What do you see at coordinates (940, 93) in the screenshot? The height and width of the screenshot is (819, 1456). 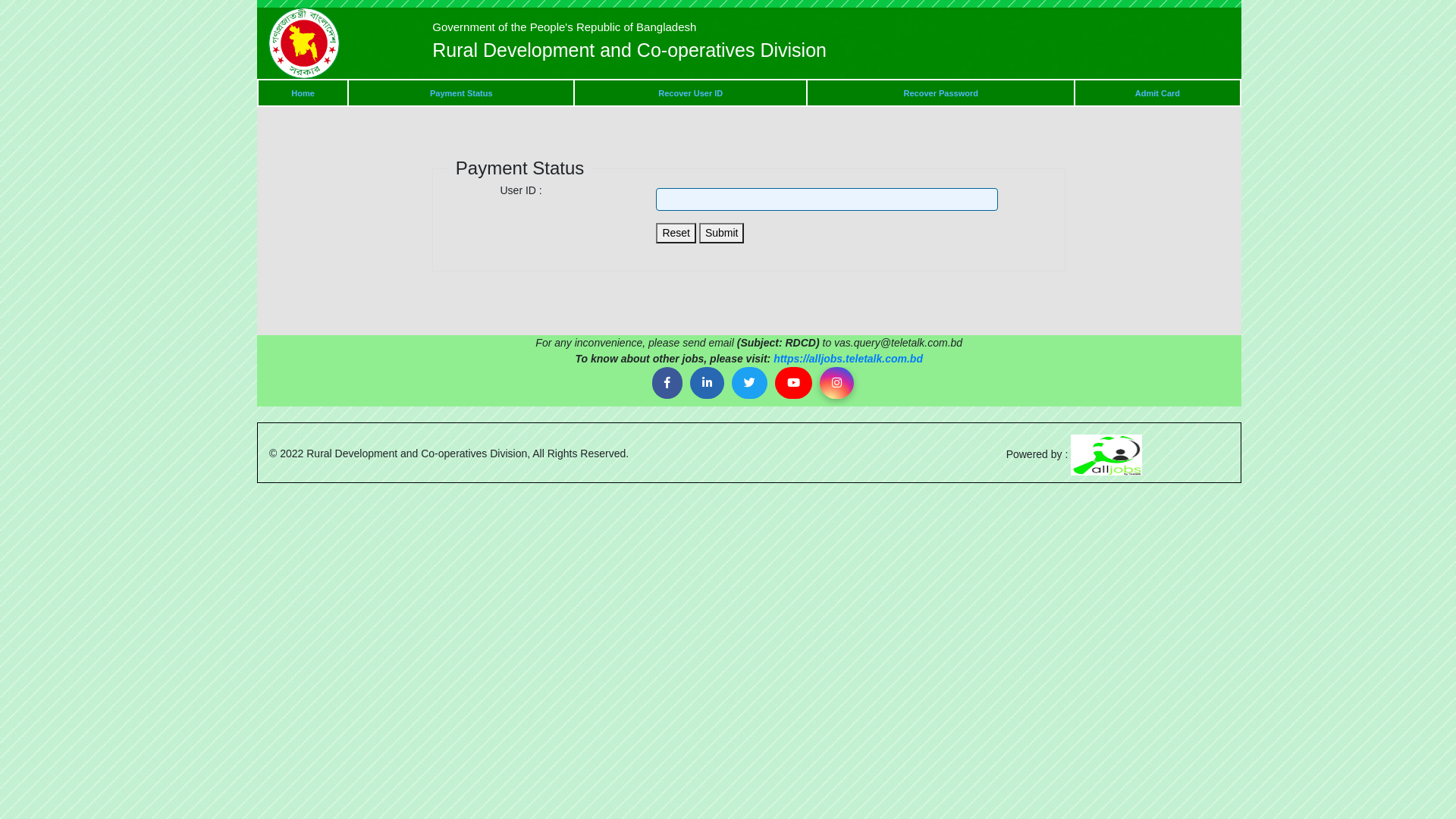 I see `'Recover Password'` at bounding box center [940, 93].